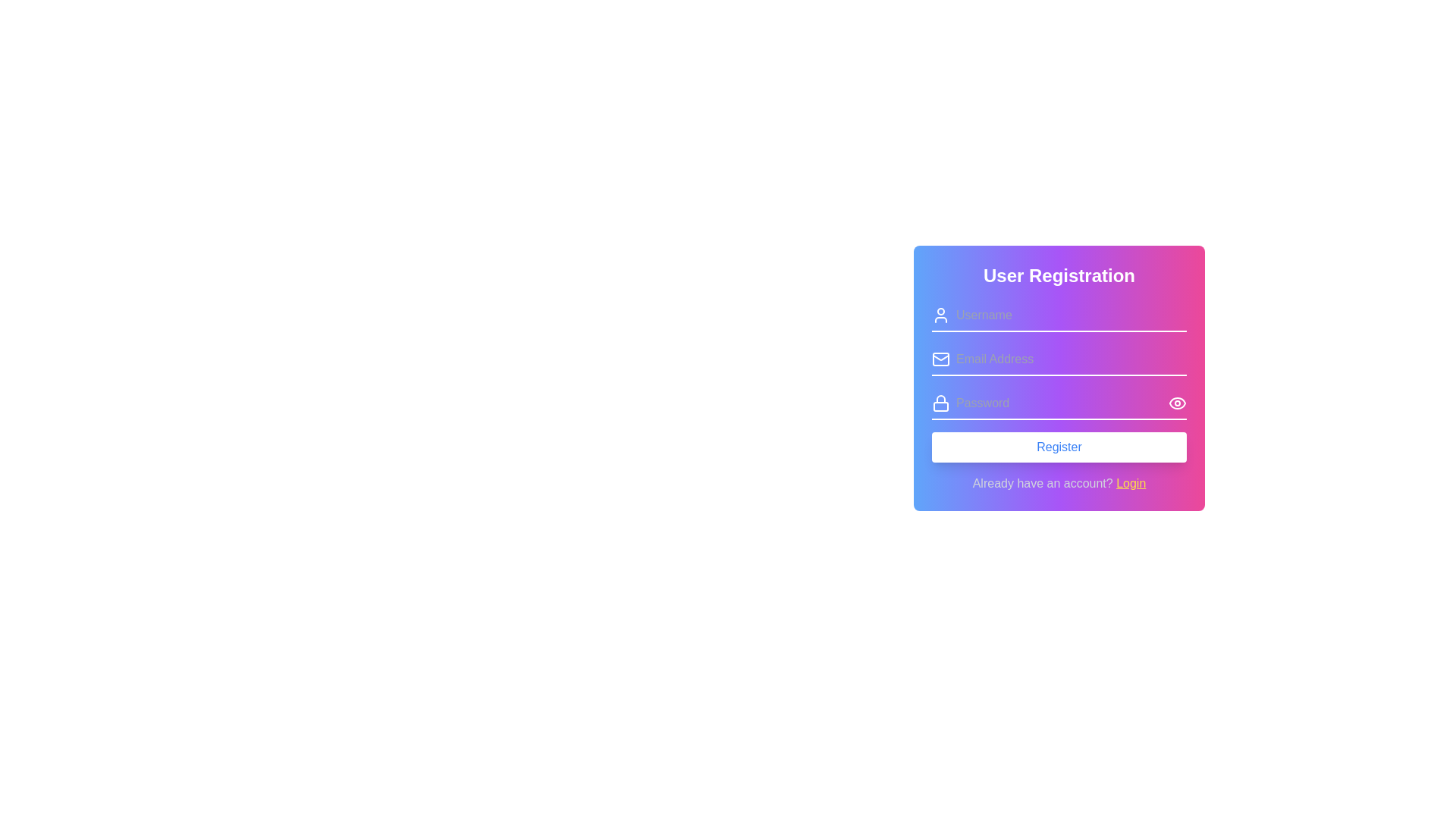 The height and width of the screenshot is (819, 1456). Describe the element at coordinates (1058, 275) in the screenshot. I see `the heading element at the top center of the registration form, which provides context for the form's purpose` at that location.